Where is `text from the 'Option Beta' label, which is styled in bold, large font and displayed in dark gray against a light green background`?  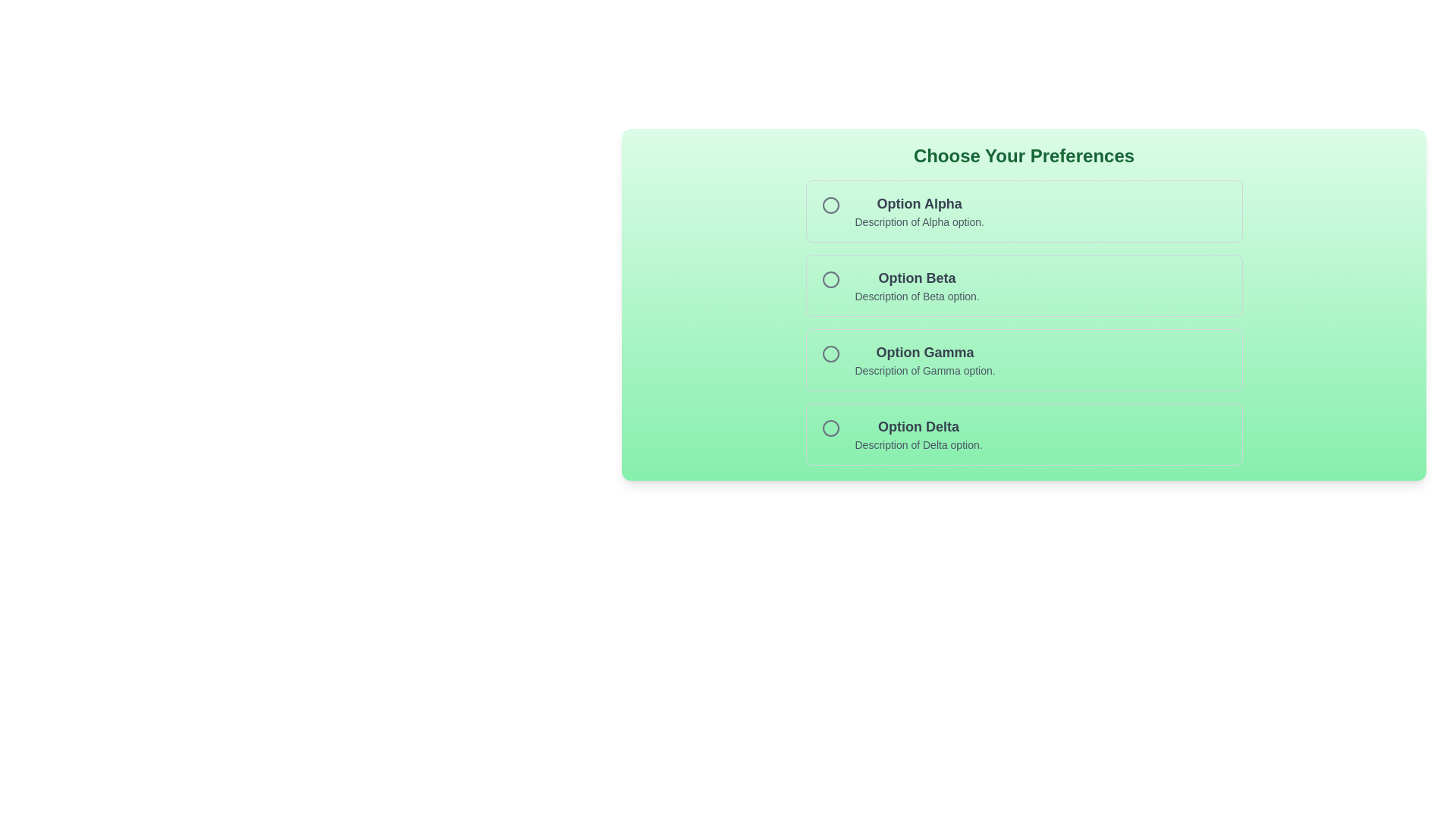
text from the 'Option Beta' label, which is styled in bold, large font and displayed in dark gray against a light green background is located at coordinates (916, 278).